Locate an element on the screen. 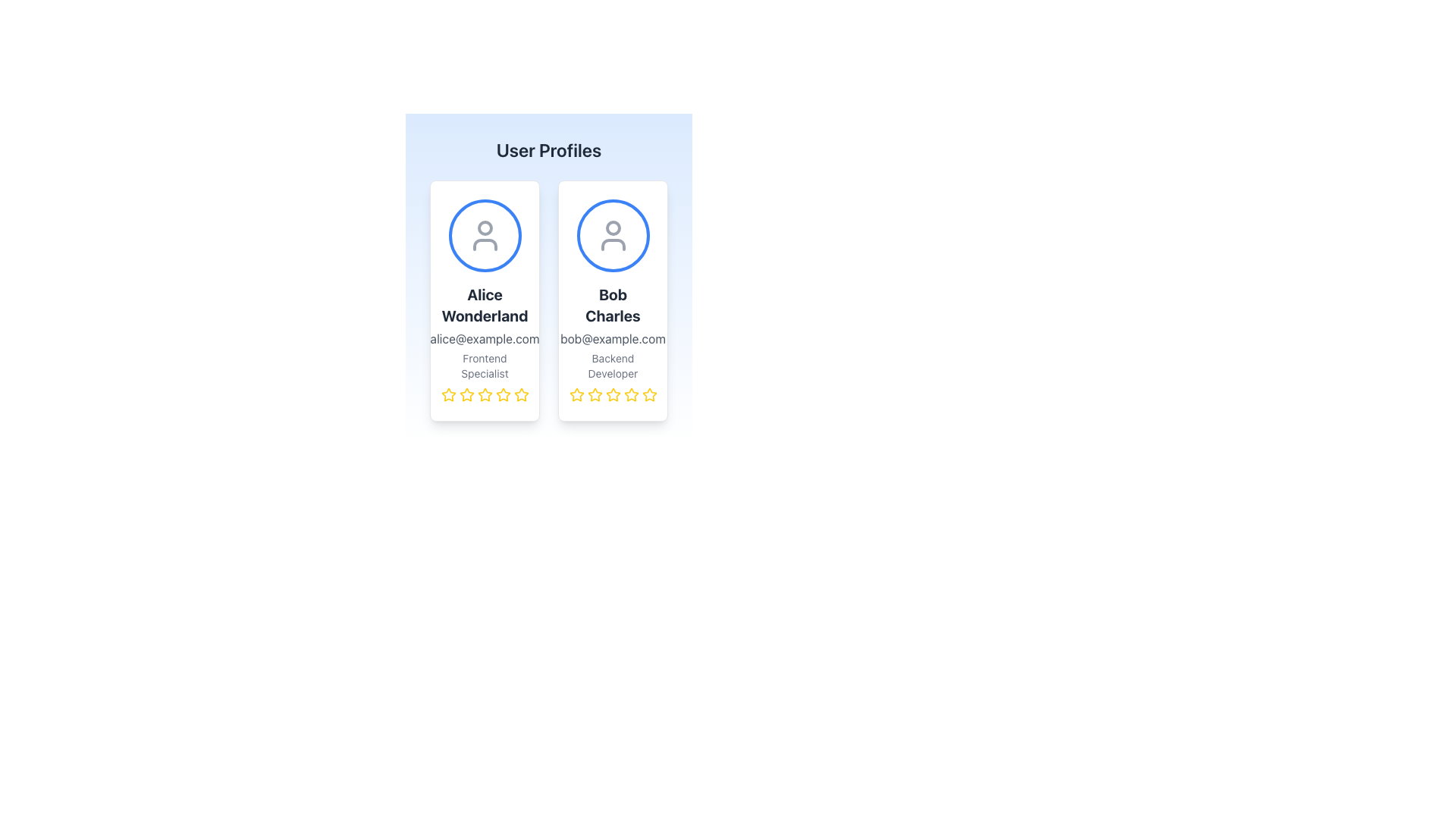 Image resolution: width=1456 pixels, height=819 pixels. the fourth star in the interactive rating system for 'Bob Charles' to provide a rating is located at coordinates (631, 394).